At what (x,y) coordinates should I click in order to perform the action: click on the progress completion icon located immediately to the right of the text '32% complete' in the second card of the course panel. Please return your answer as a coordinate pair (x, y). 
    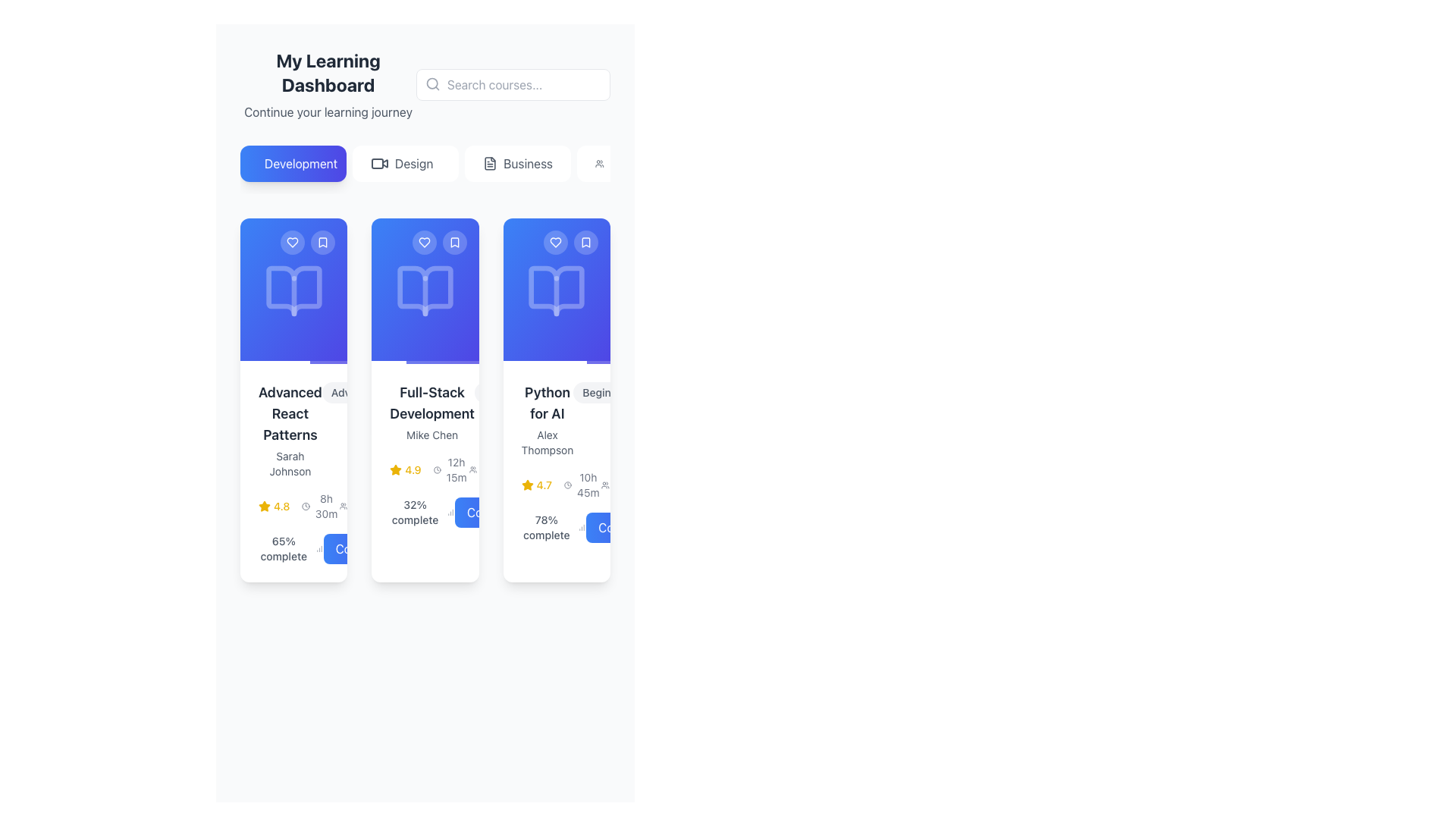
    Looking at the image, I should click on (450, 512).